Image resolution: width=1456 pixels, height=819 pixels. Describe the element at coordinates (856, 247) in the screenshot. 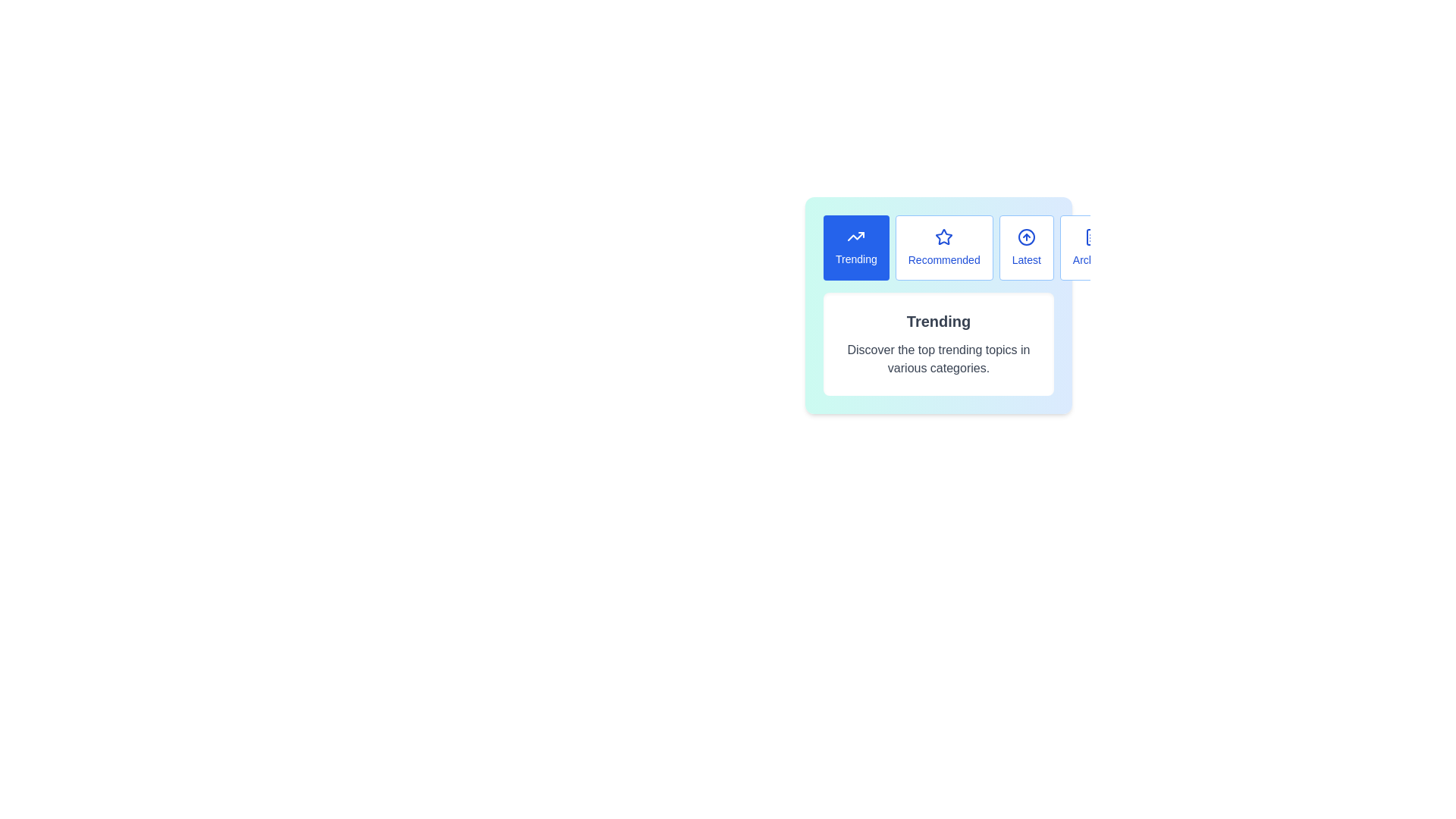

I see `the button labeled Trending` at that location.